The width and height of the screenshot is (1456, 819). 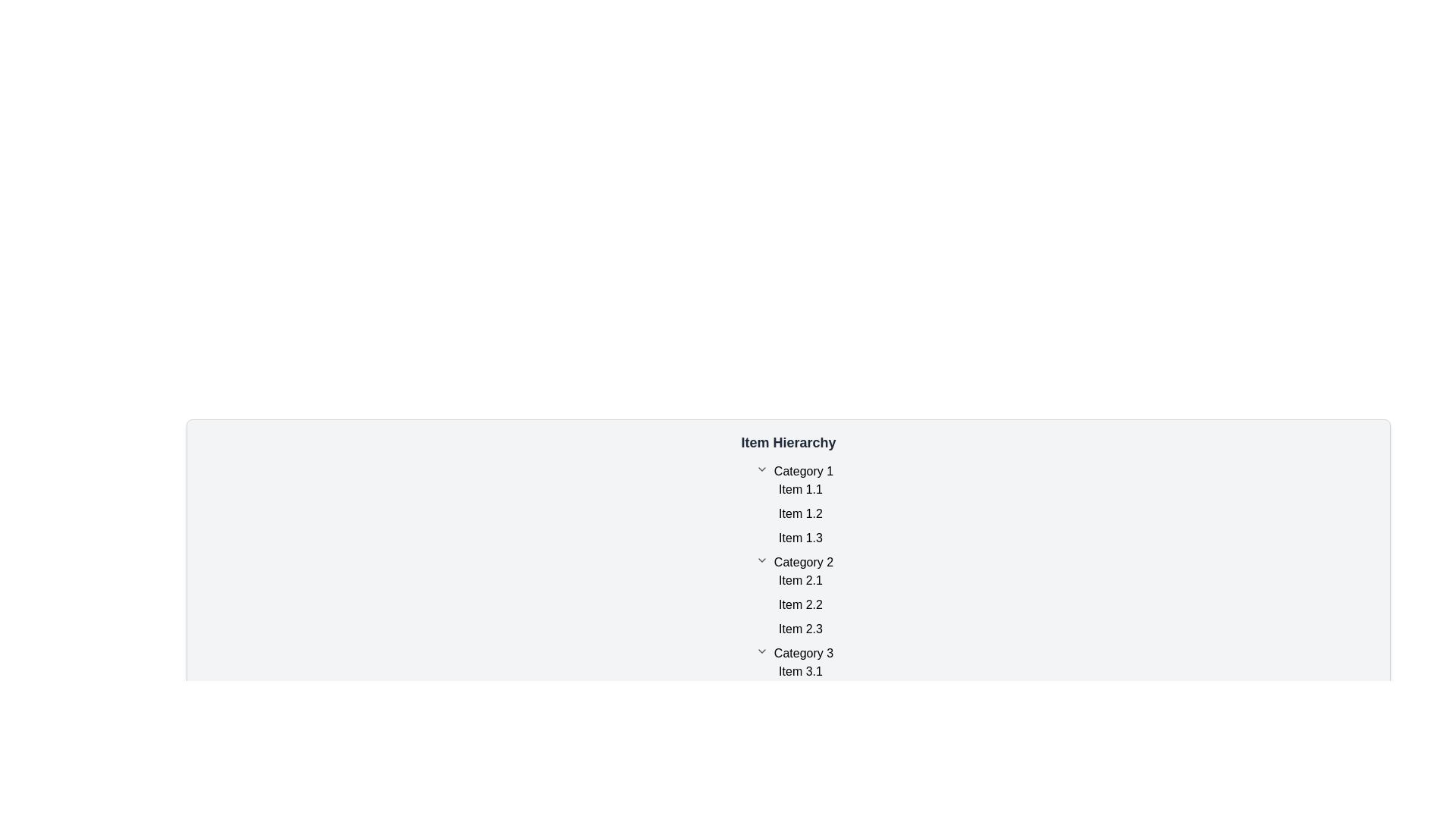 I want to click on the small, downward-facing caret icon located to the immediate left of the text 'Category 3', so click(x=761, y=651).